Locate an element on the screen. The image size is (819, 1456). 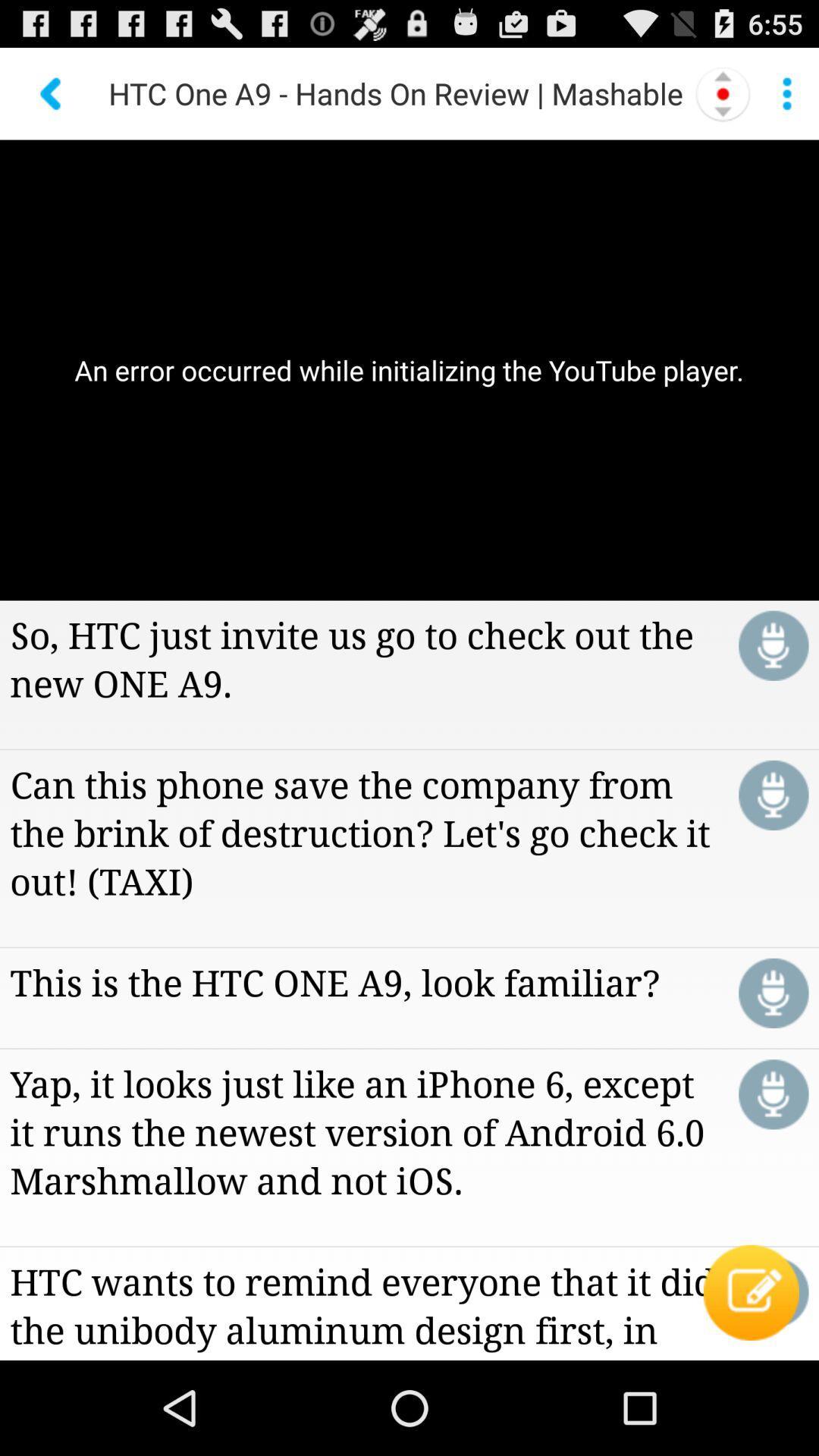
say sentence is located at coordinates (773, 993).